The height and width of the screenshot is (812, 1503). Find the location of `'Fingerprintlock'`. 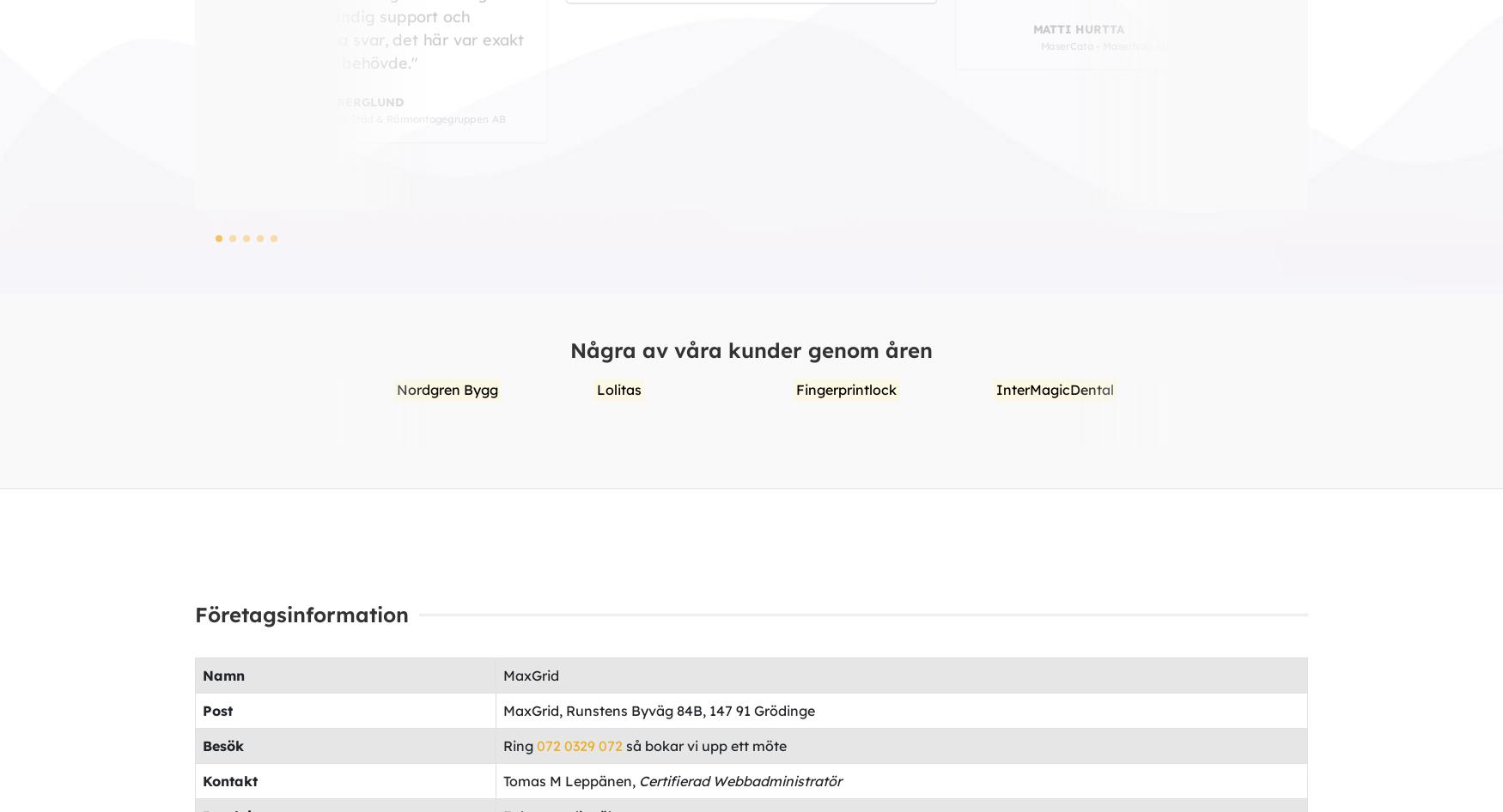

'Fingerprintlock' is located at coordinates (493, 388).